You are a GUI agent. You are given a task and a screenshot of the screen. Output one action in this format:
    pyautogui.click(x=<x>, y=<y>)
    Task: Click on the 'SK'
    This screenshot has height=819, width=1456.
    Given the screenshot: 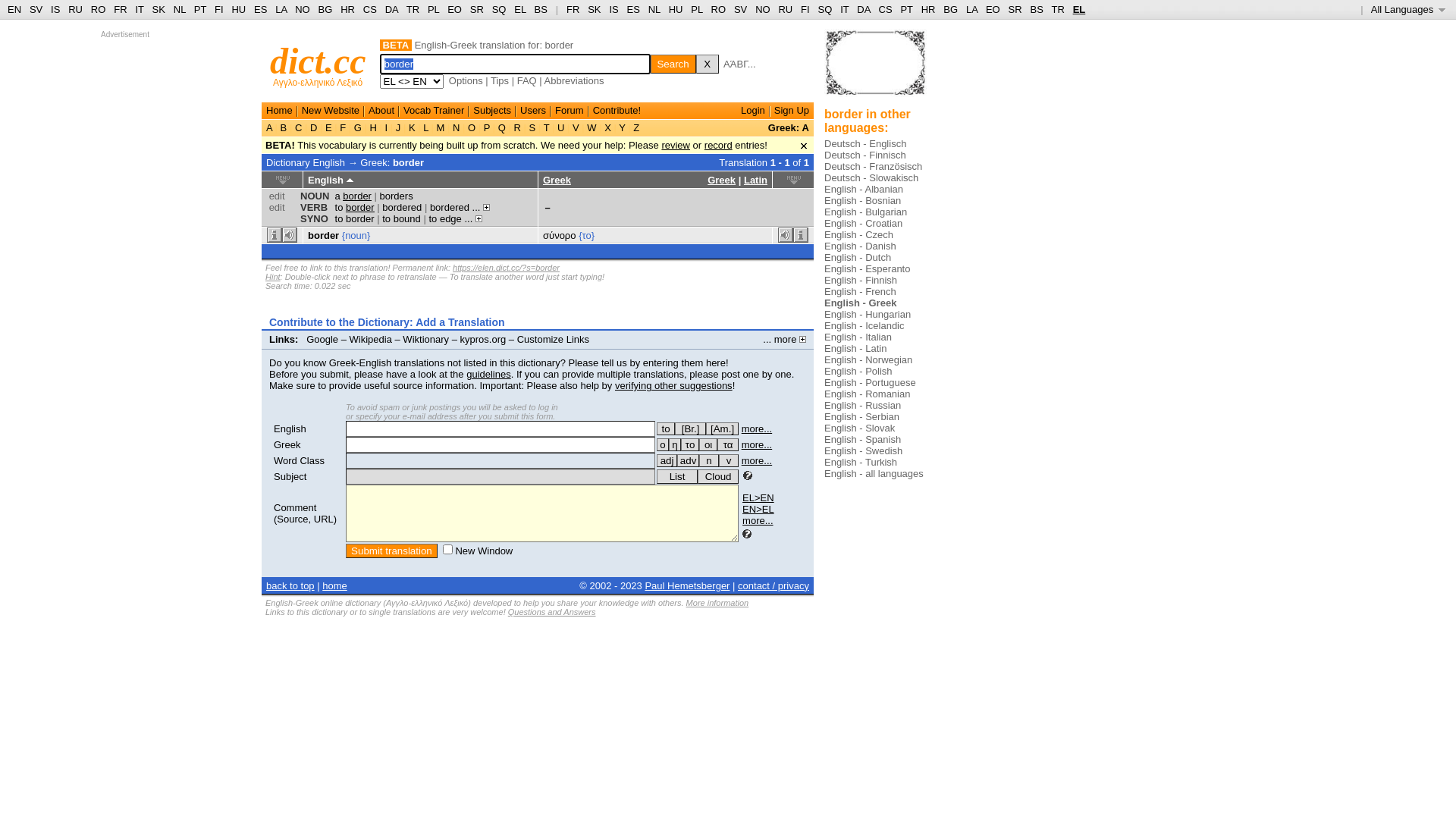 What is the action you would take?
    pyautogui.click(x=586, y=9)
    